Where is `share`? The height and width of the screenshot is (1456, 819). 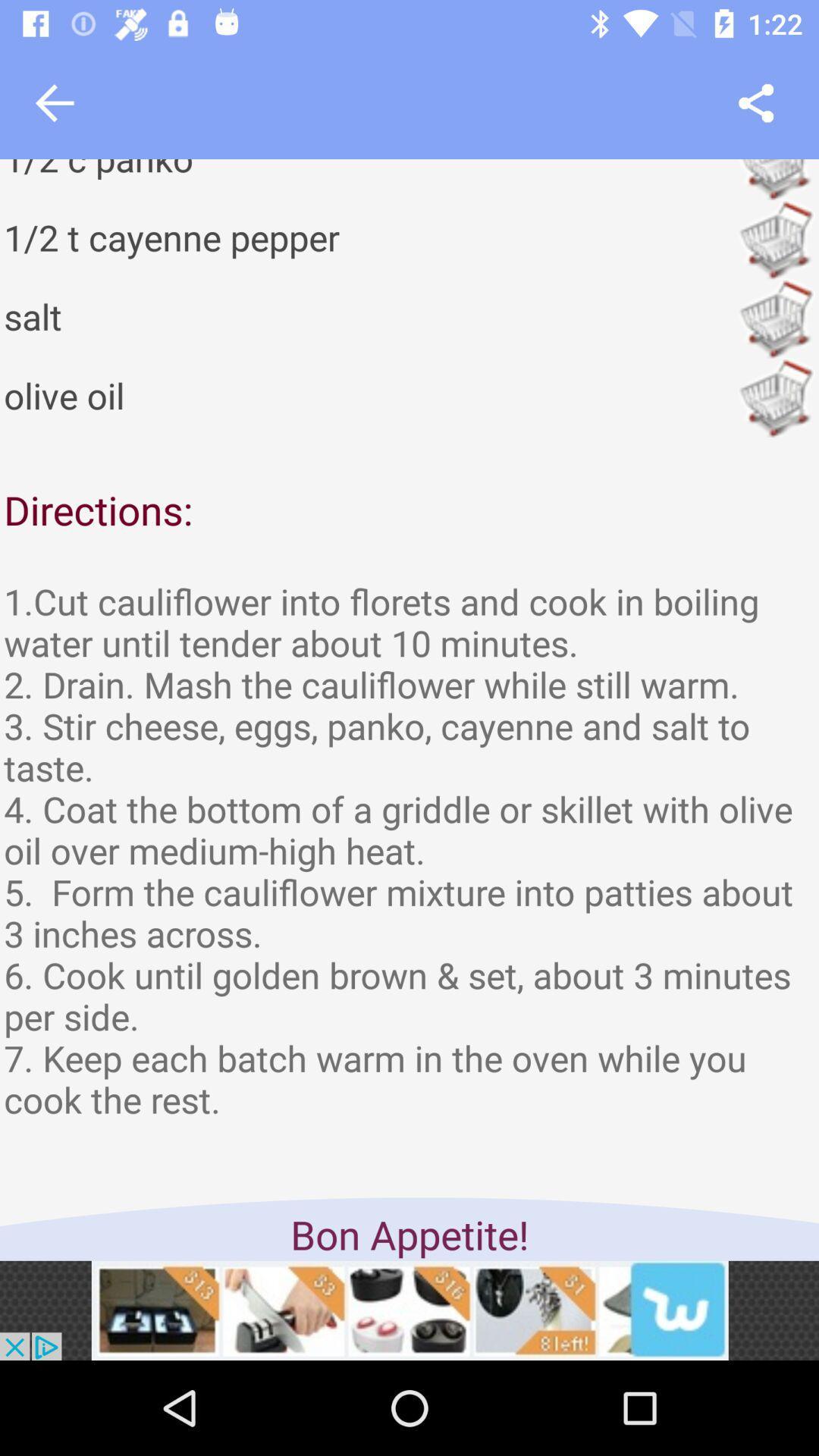
share is located at coordinates (756, 102).